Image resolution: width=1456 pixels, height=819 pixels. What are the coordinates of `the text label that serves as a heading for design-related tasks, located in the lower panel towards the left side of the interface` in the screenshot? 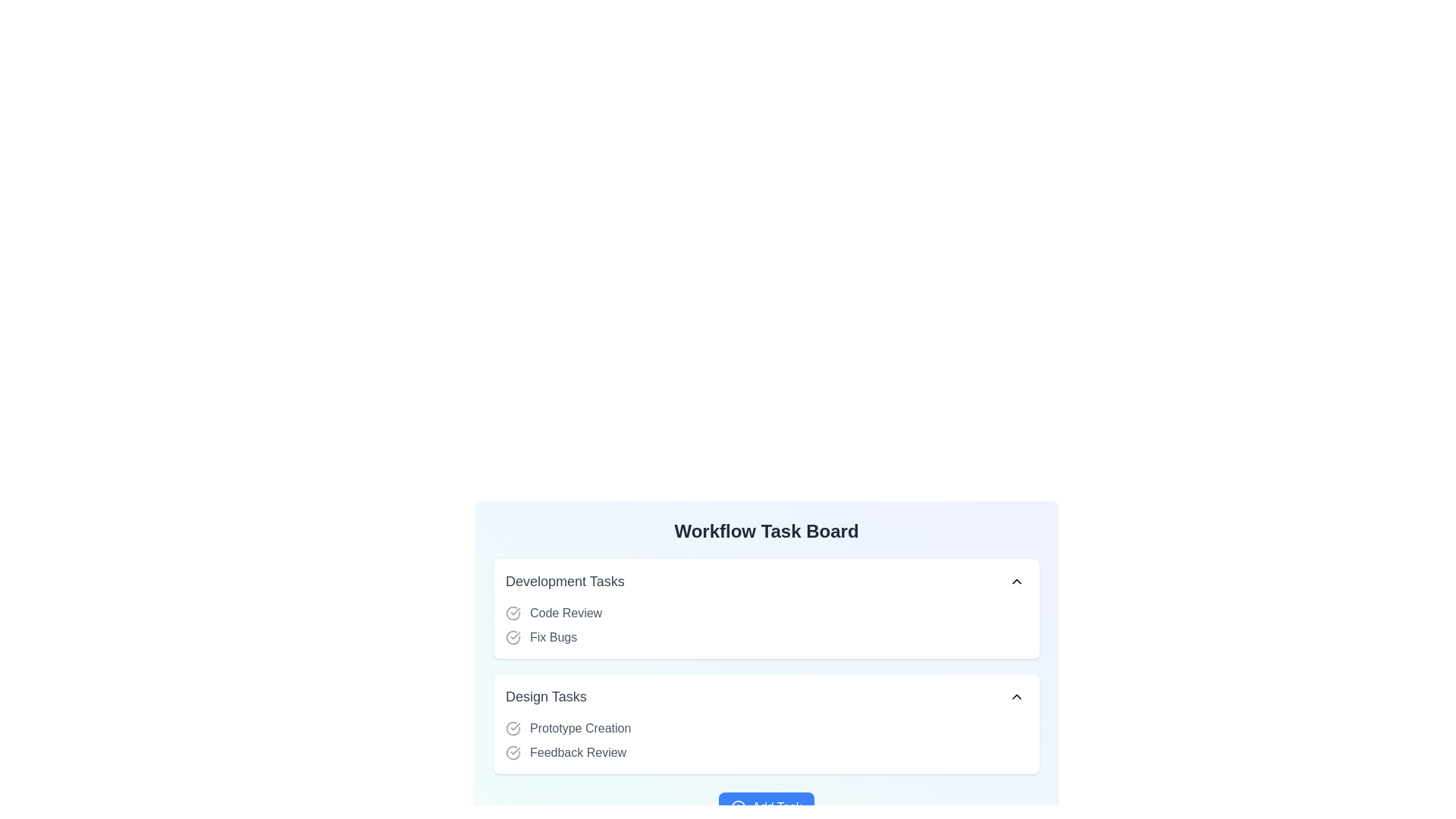 It's located at (546, 696).